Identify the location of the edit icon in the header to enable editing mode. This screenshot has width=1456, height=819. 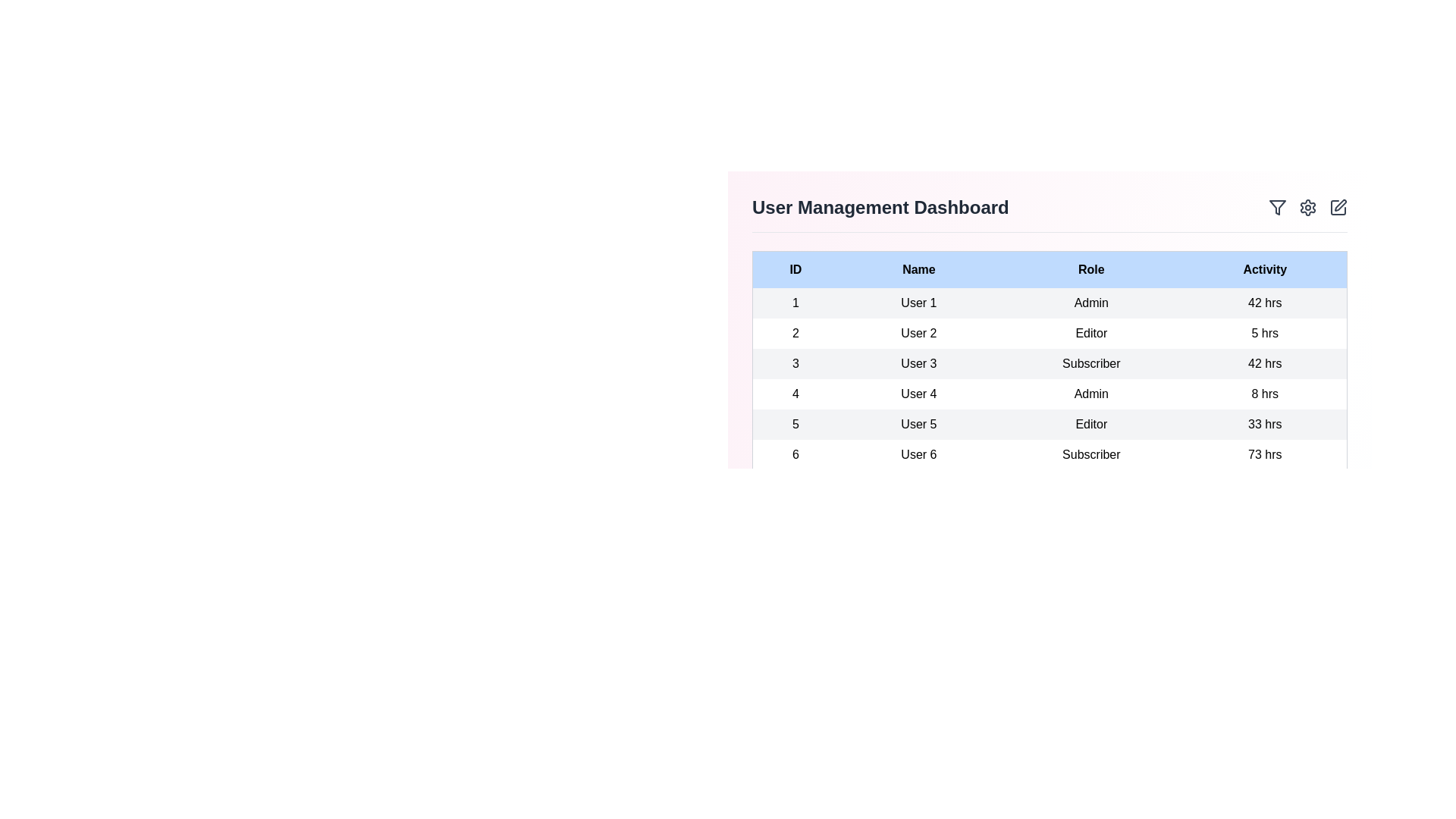
(1338, 207).